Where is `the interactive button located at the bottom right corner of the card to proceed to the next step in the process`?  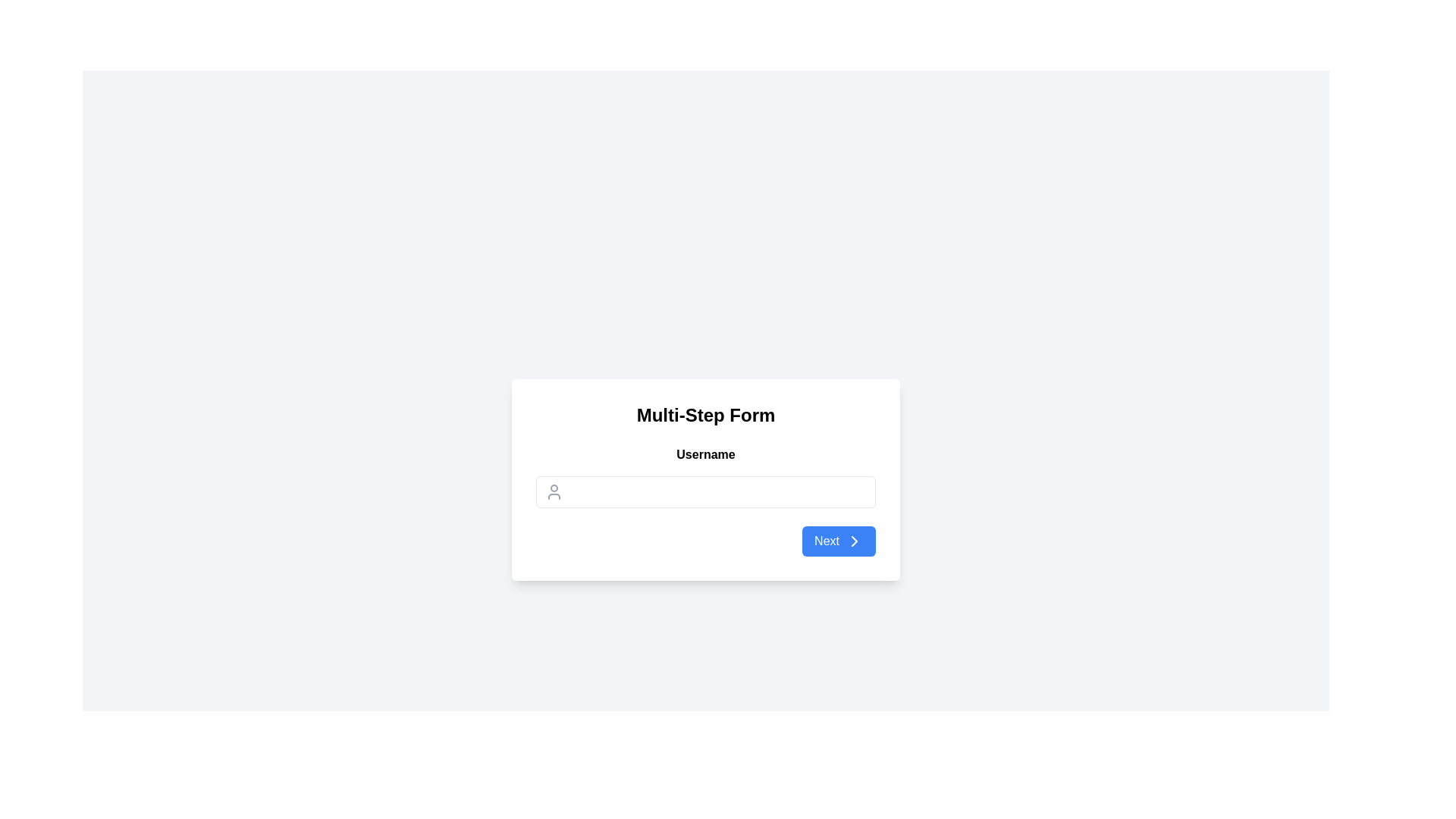 the interactive button located at the bottom right corner of the card to proceed to the next step in the process is located at coordinates (838, 540).